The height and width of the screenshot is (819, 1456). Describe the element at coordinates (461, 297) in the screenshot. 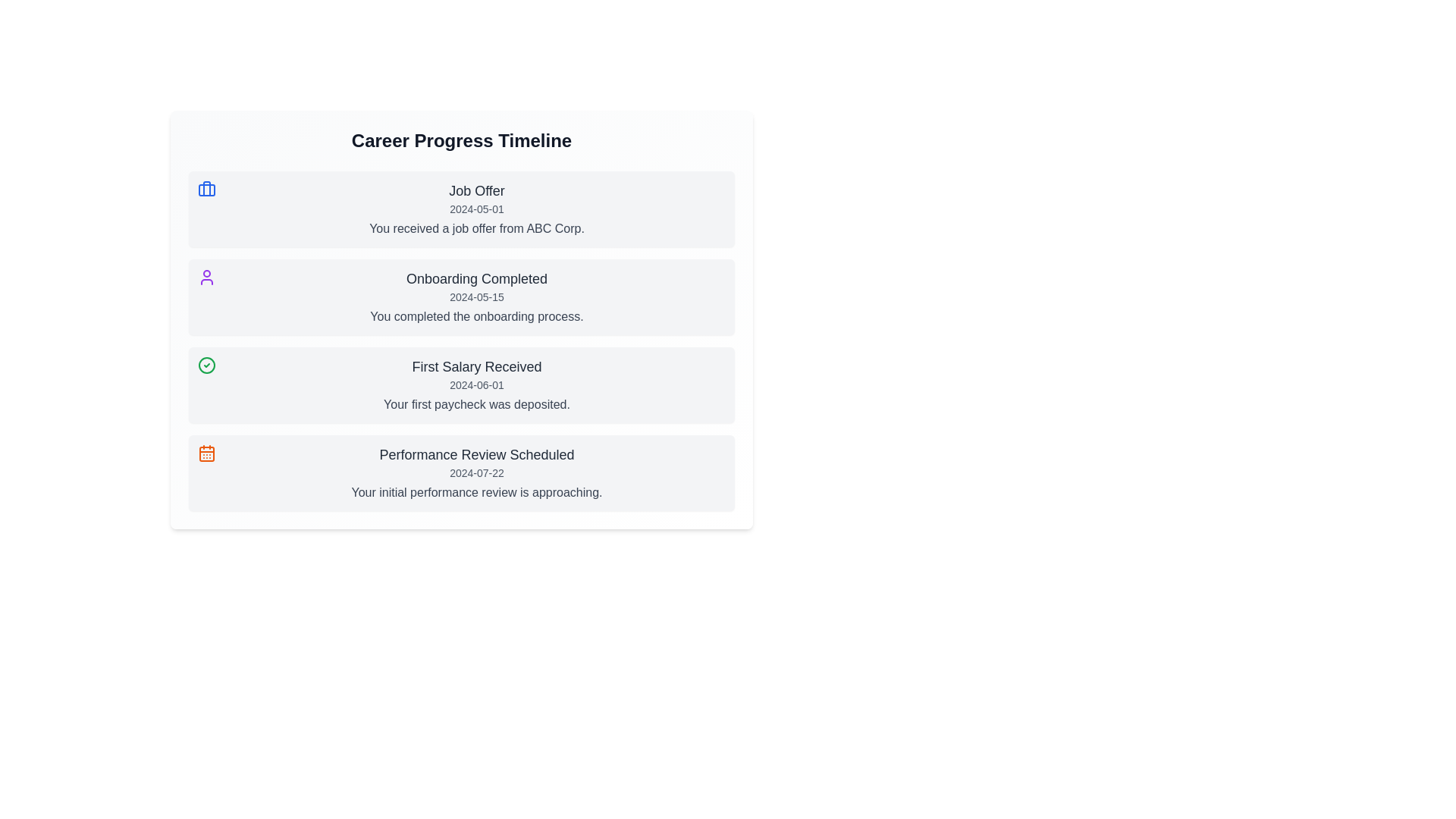

I see `the Informational Card that indicates 'Onboarding Completed' in the career progress timeline, located between 'Job Offer' and 'First Salary Received'` at that location.